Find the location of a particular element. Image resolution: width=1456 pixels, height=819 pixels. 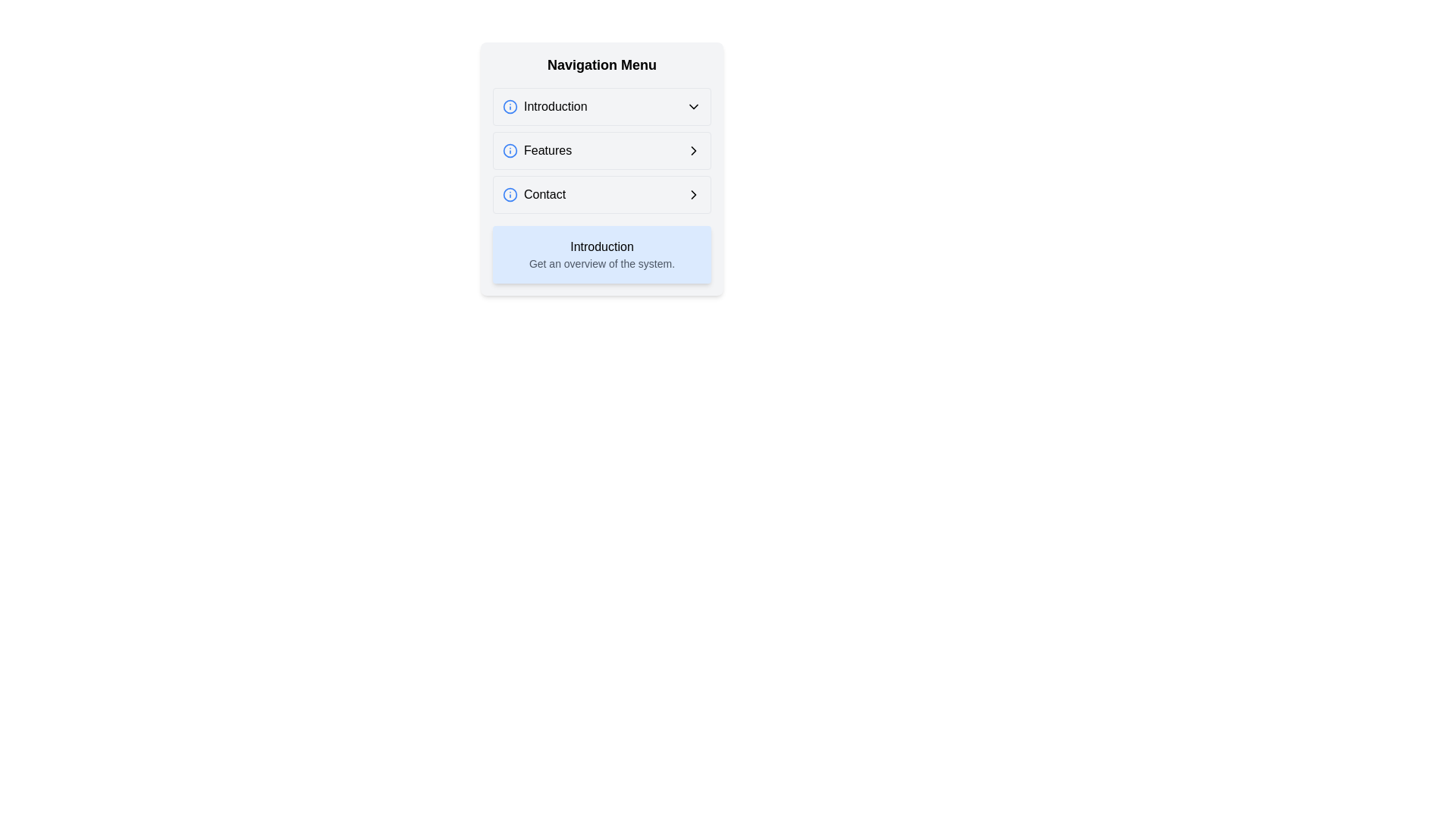

the chevron right icon located to the right of the 'Features' menu item is located at coordinates (693, 151).